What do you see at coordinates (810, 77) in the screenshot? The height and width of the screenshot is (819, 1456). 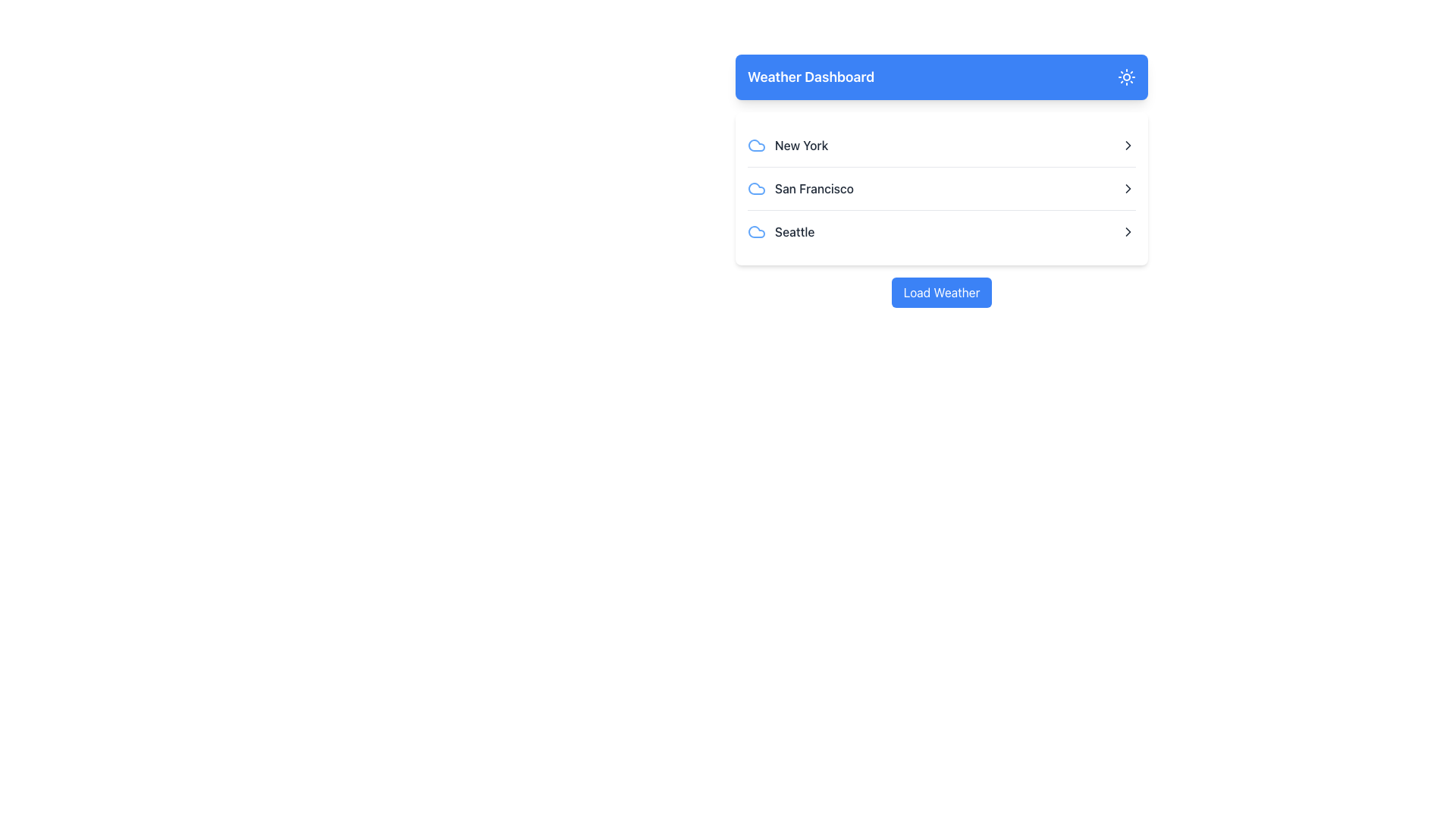 I see `the text label reading 'Weather Dashboard' located in the blue header area of the weather dashboard widget` at bounding box center [810, 77].